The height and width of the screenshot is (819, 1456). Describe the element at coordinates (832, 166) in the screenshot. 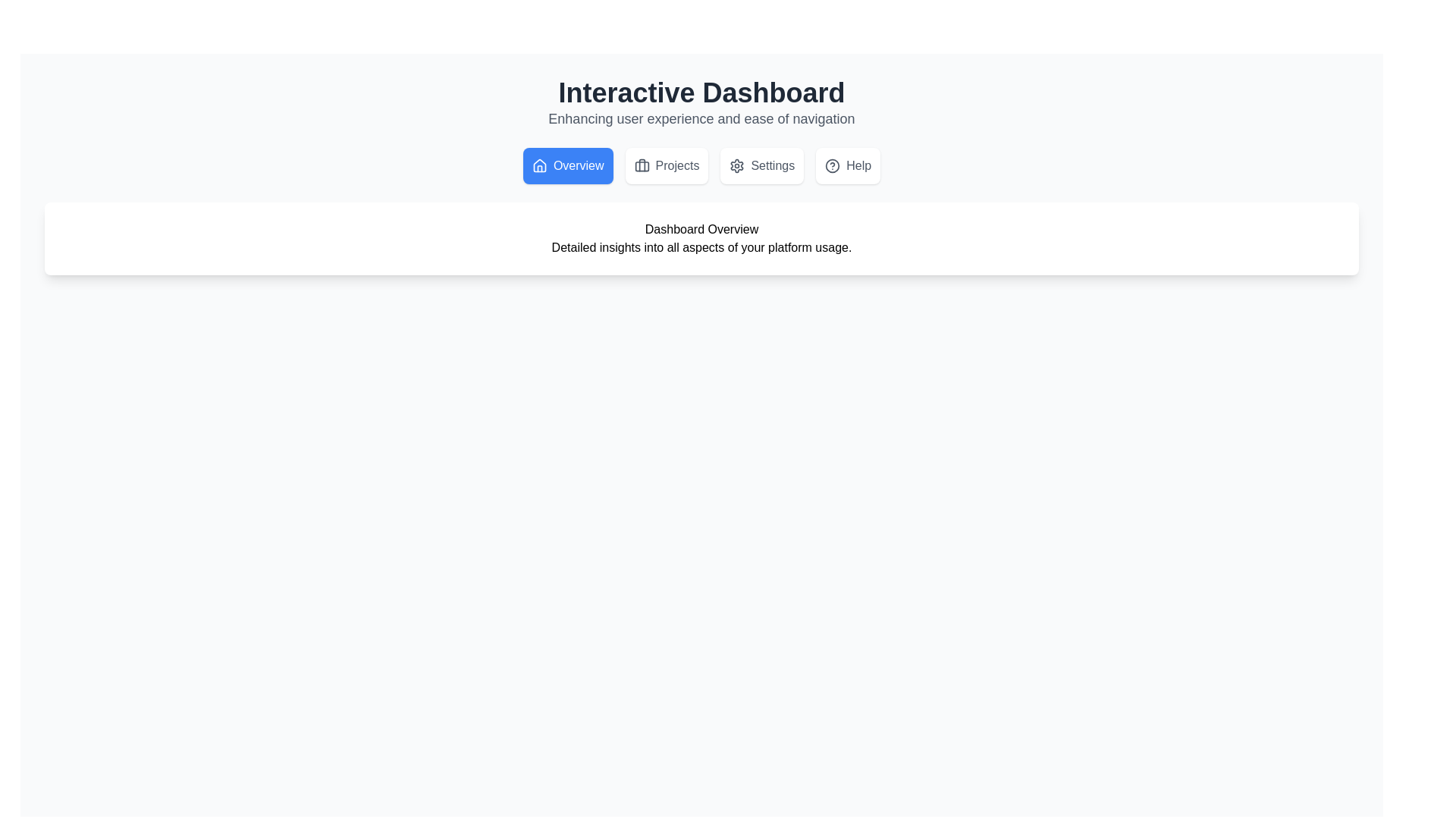

I see `the circular icon representing a help button located in the top navigation bar, which is the fourth element after 'Overview,' 'Projects,' and 'Settings.'` at that location.